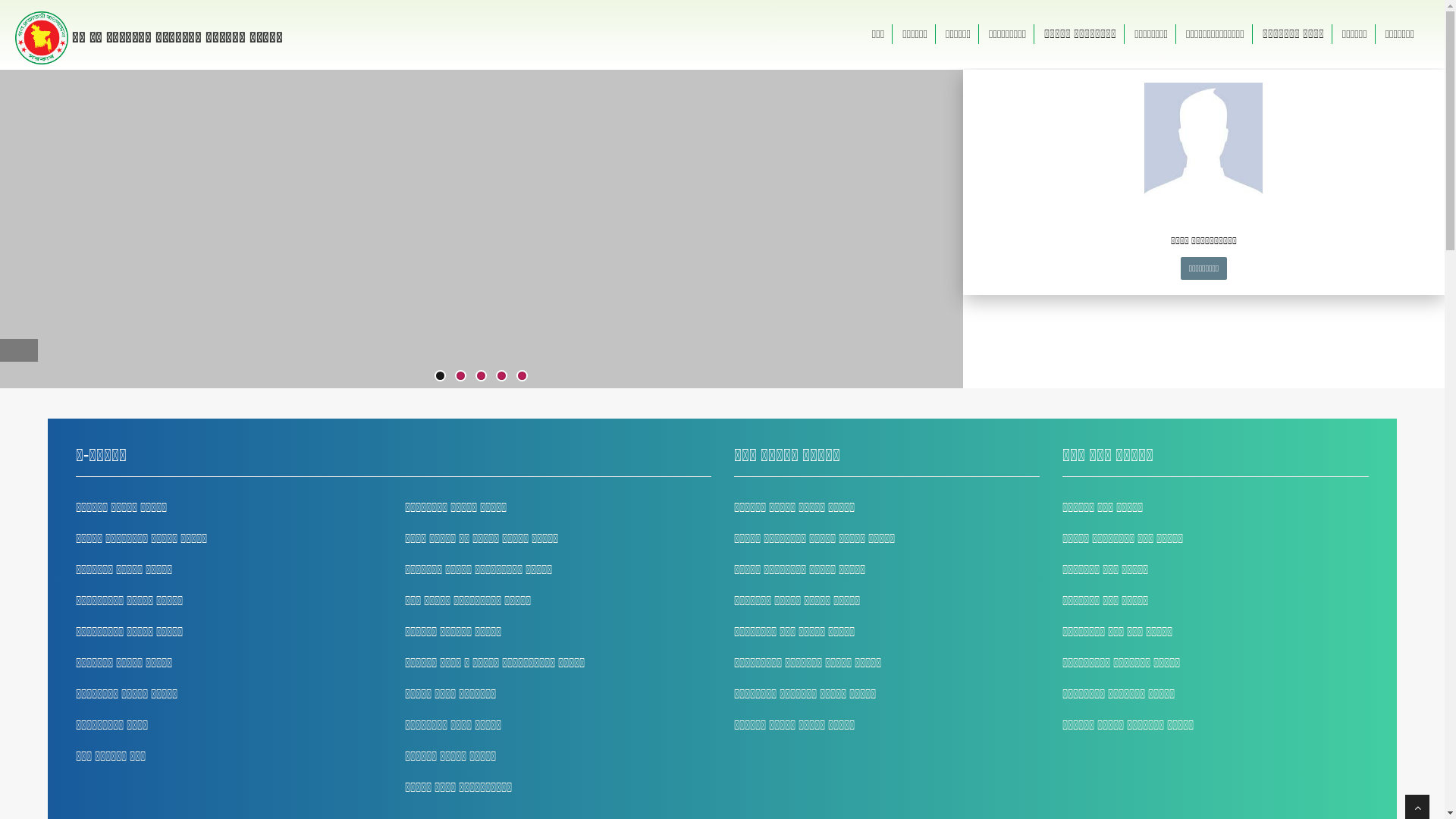 This screenshot has width=1456, height=819. I want to click on '3', so click(480, 375).